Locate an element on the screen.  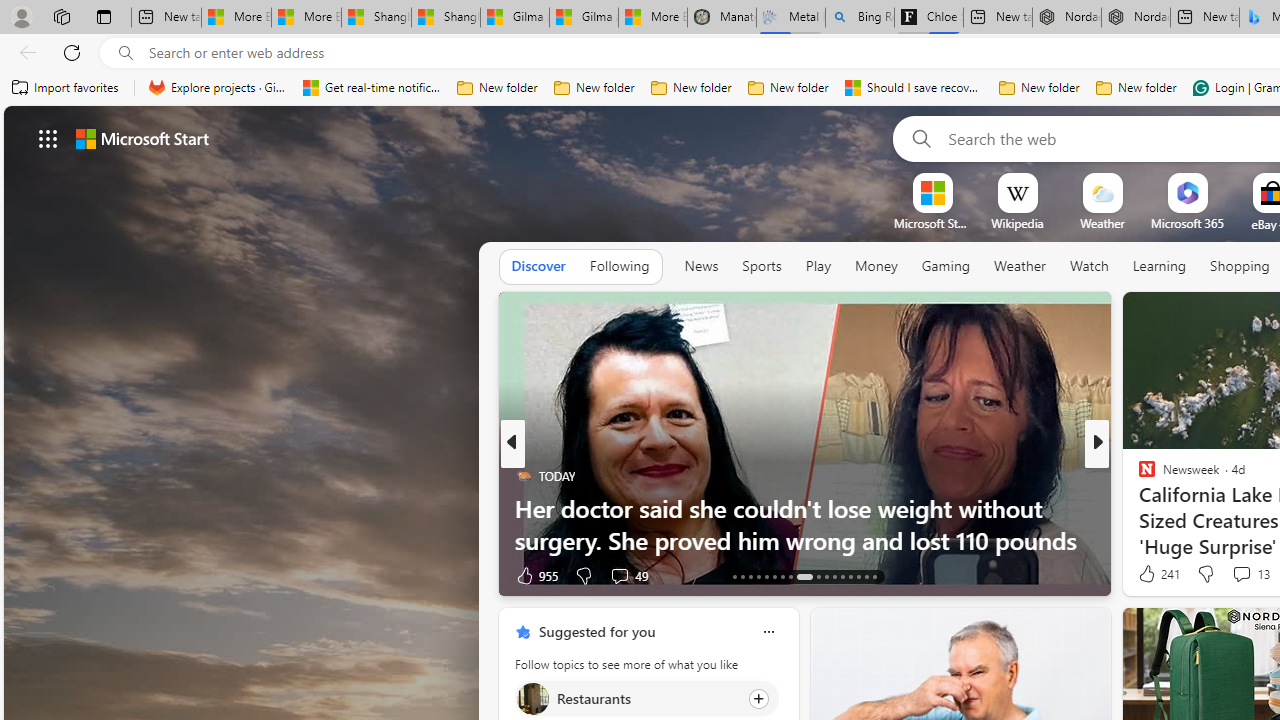
'Import favorites' is located at coordinates (65, 87).